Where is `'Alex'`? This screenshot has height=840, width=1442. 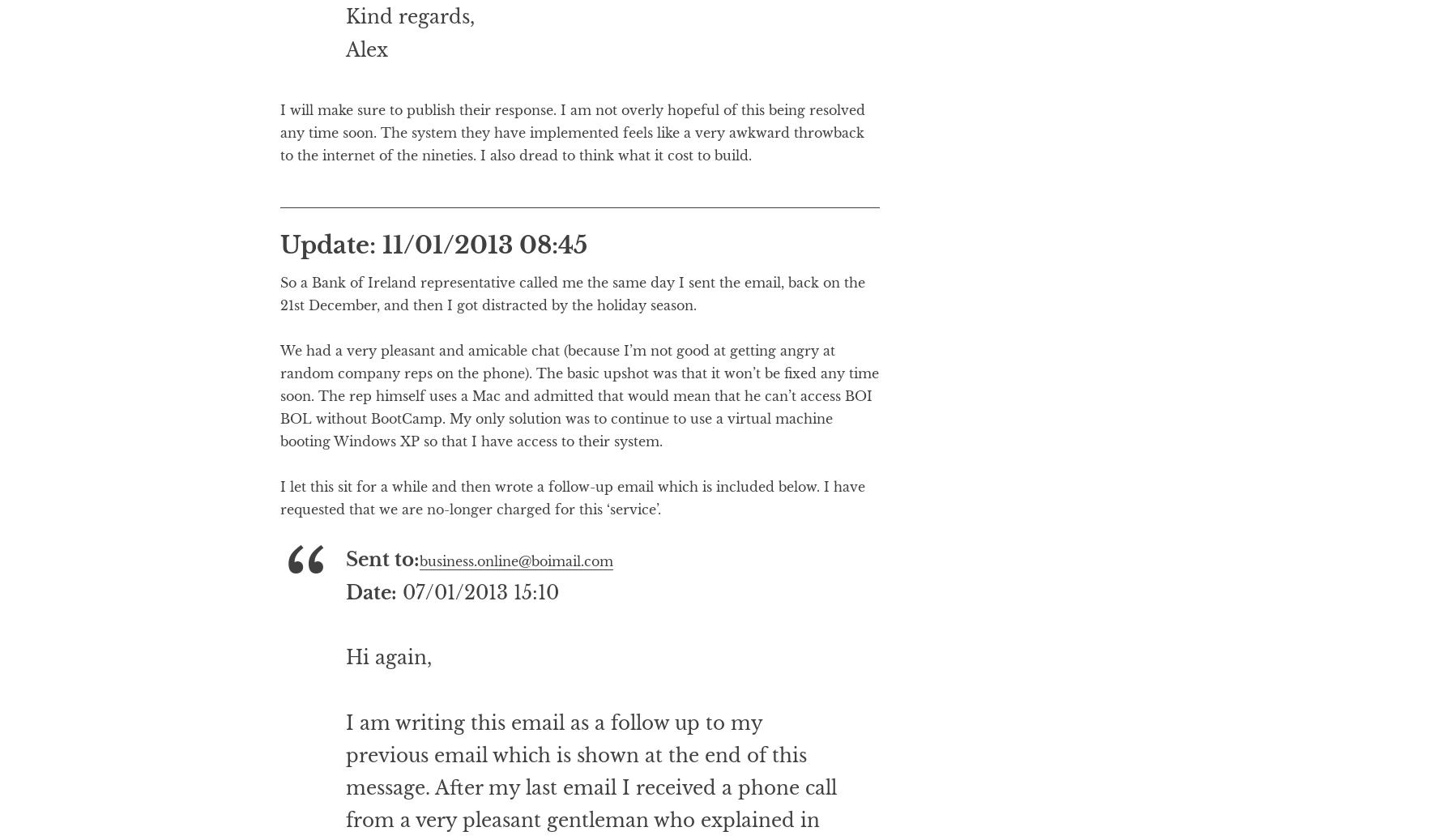
'Alex' is located at coordinates (365, 113).